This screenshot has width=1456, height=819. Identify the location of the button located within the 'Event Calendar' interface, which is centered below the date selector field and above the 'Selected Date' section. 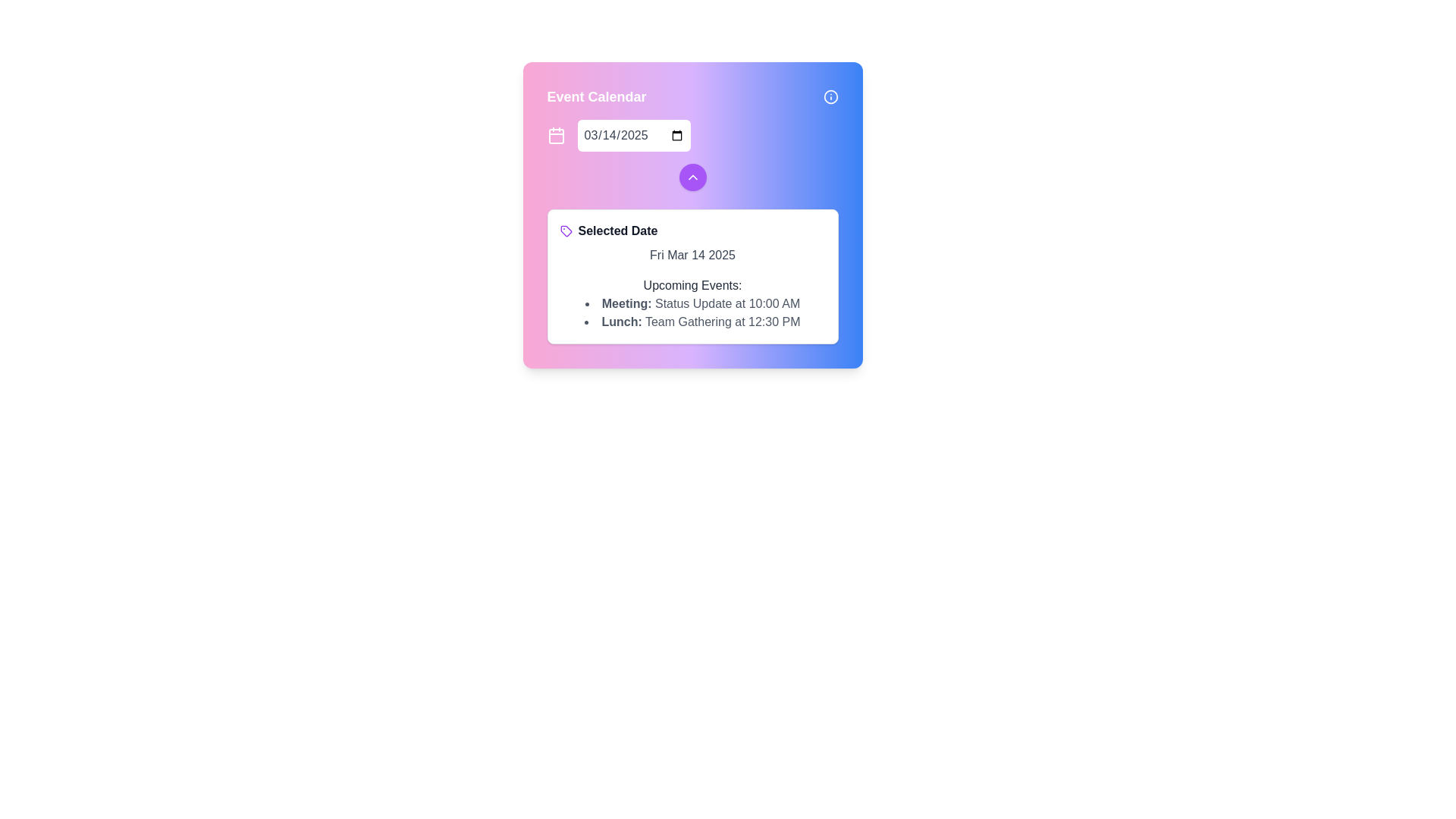
(692, 177).